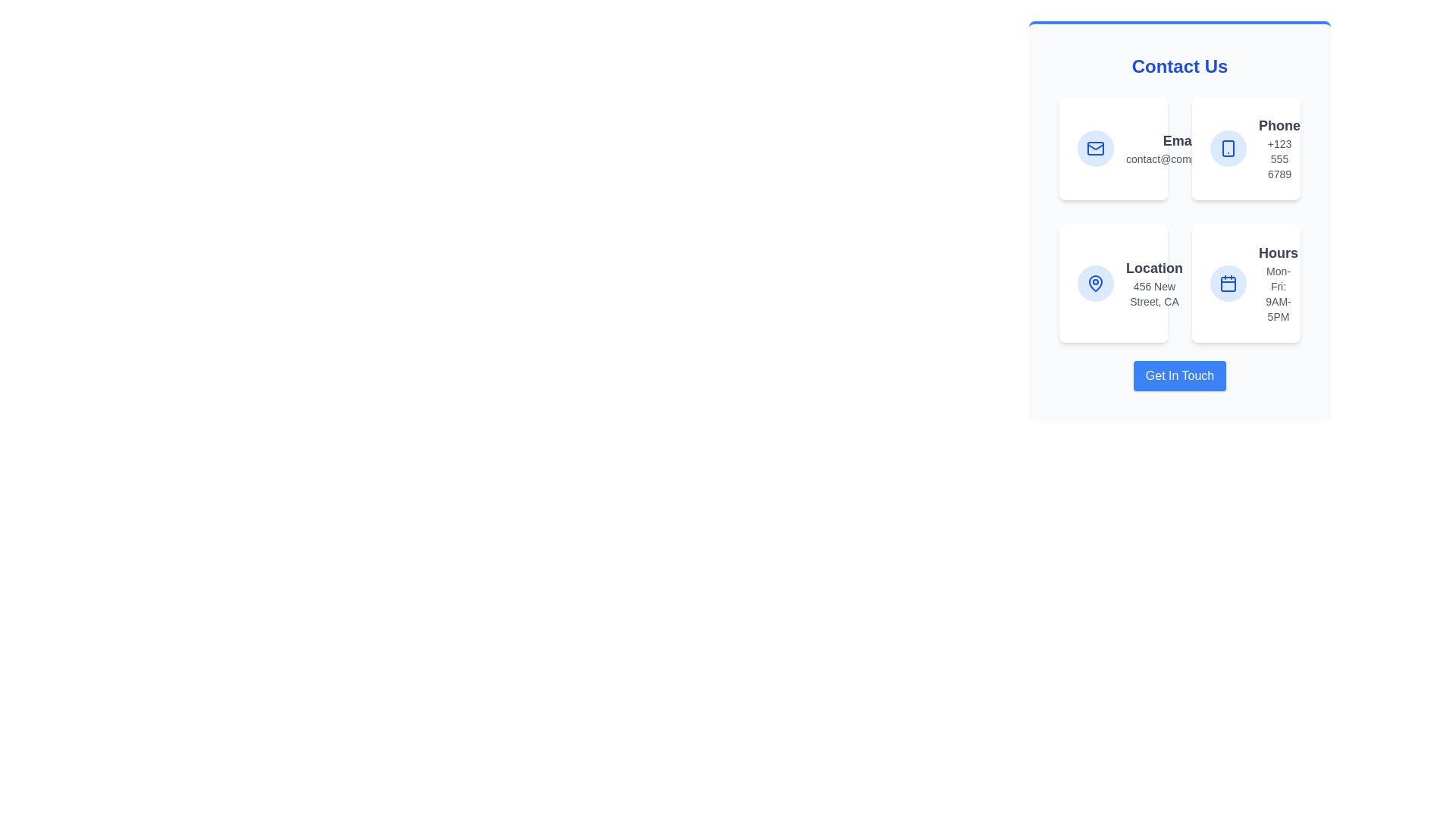 Image resolution: width=1456 pixels, height=819 pixels. Describe the element at coordinates (1228, 149) in the screenshot. I see `the rectangular SVG icon with rounded corners, located in the 'Phone' section, on the upper-right side of the 'Contact Us' card` at that location.